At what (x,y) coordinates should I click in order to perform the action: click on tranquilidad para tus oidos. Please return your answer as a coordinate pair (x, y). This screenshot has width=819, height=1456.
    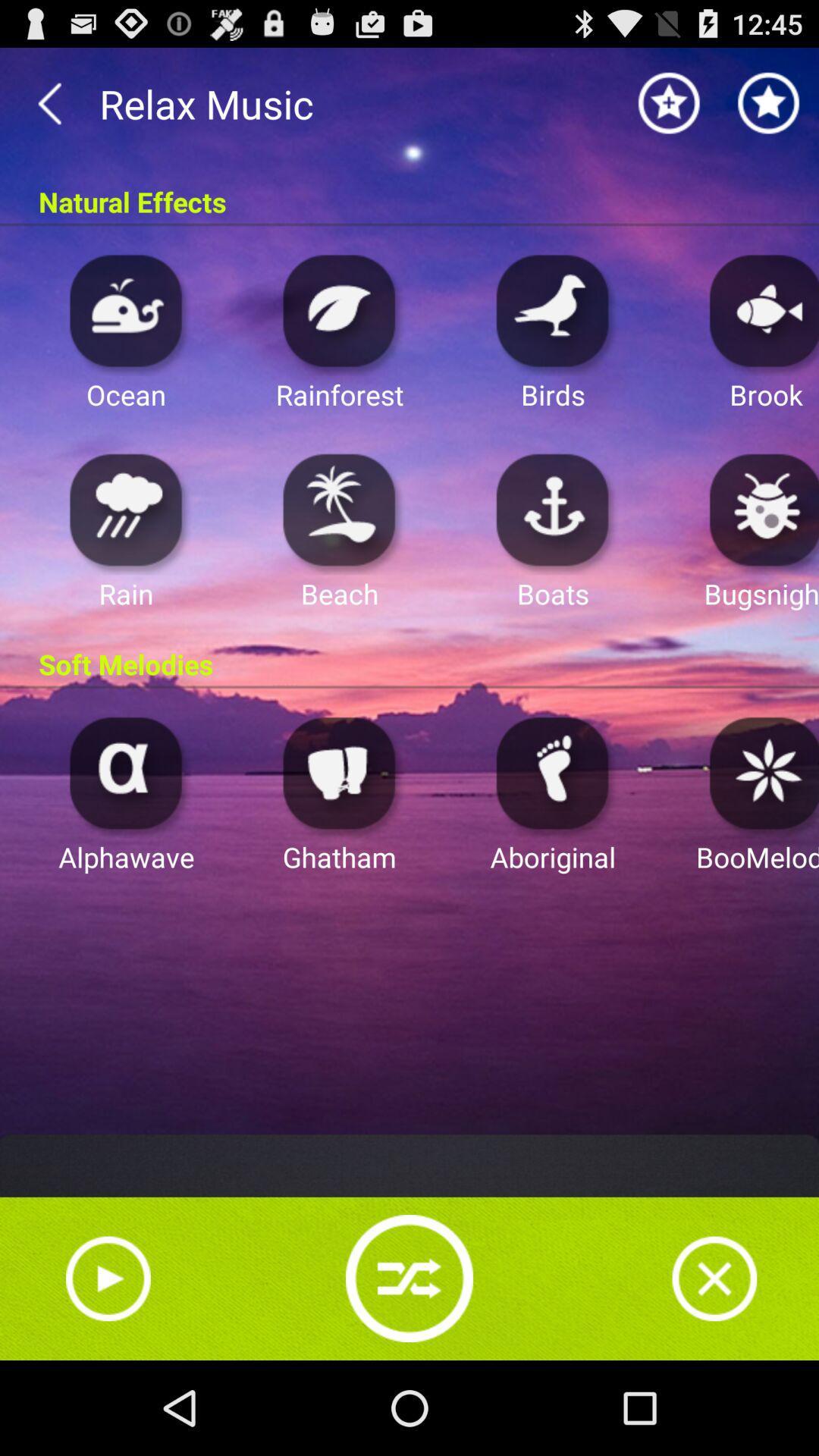
    Looking at the image, I should click on (553, 309).